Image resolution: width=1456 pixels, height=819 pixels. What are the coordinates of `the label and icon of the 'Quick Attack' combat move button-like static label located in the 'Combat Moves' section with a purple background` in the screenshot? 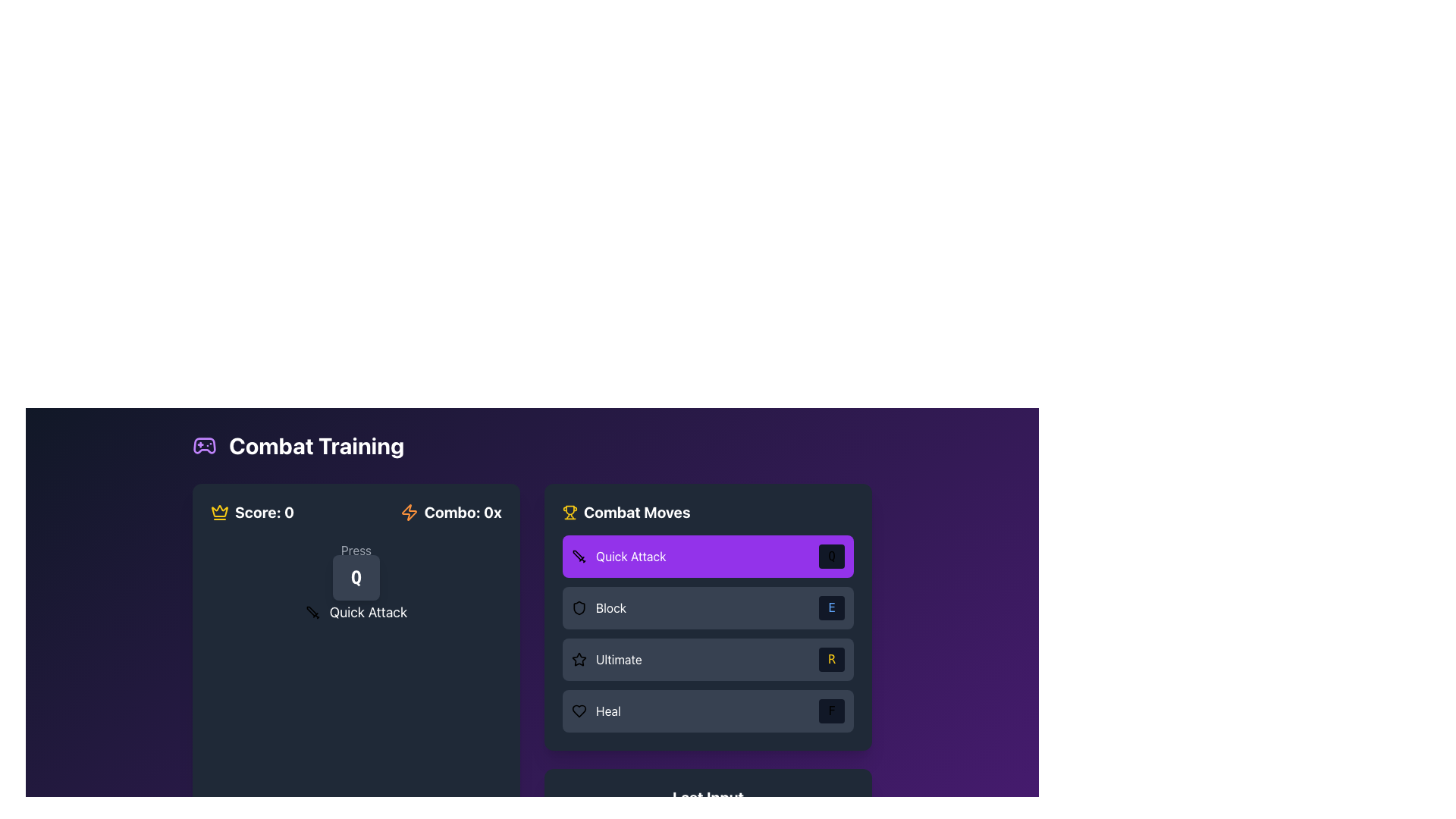 It's located at (619, 556).